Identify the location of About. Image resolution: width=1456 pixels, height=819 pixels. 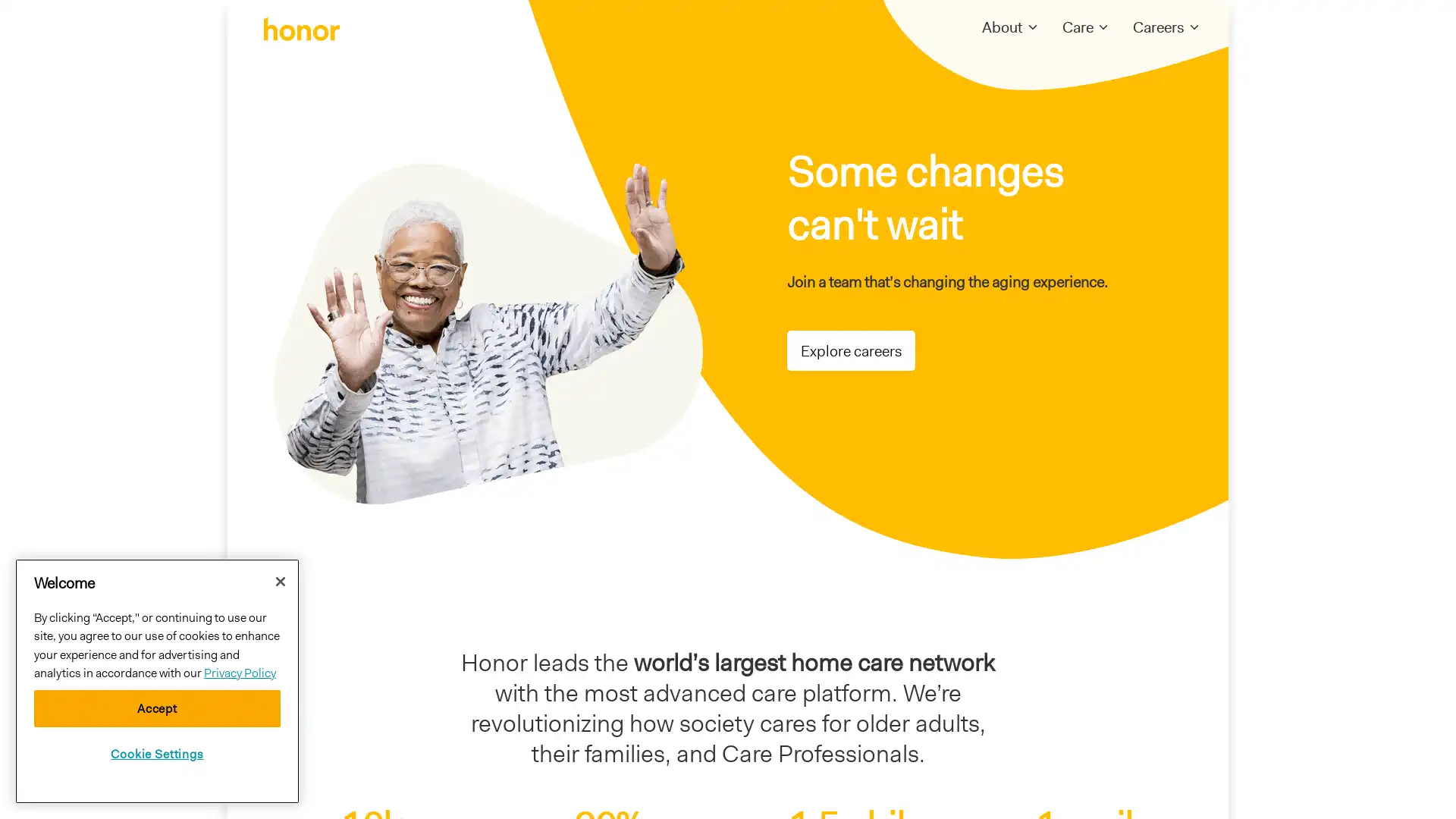
(1002, 27).